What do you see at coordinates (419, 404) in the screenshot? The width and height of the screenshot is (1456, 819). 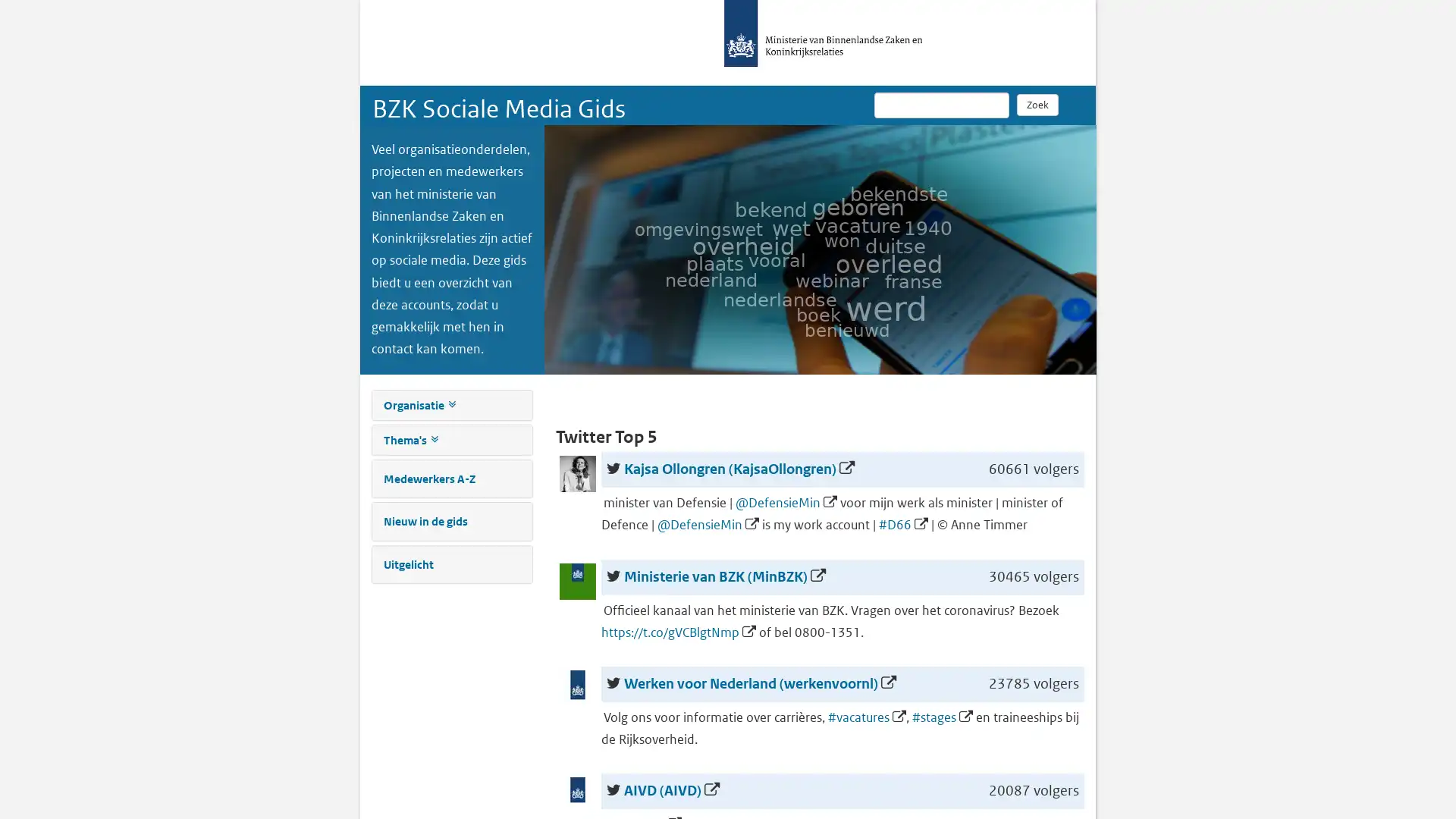 I see `Organisatie` at bounding box center [419, 404].